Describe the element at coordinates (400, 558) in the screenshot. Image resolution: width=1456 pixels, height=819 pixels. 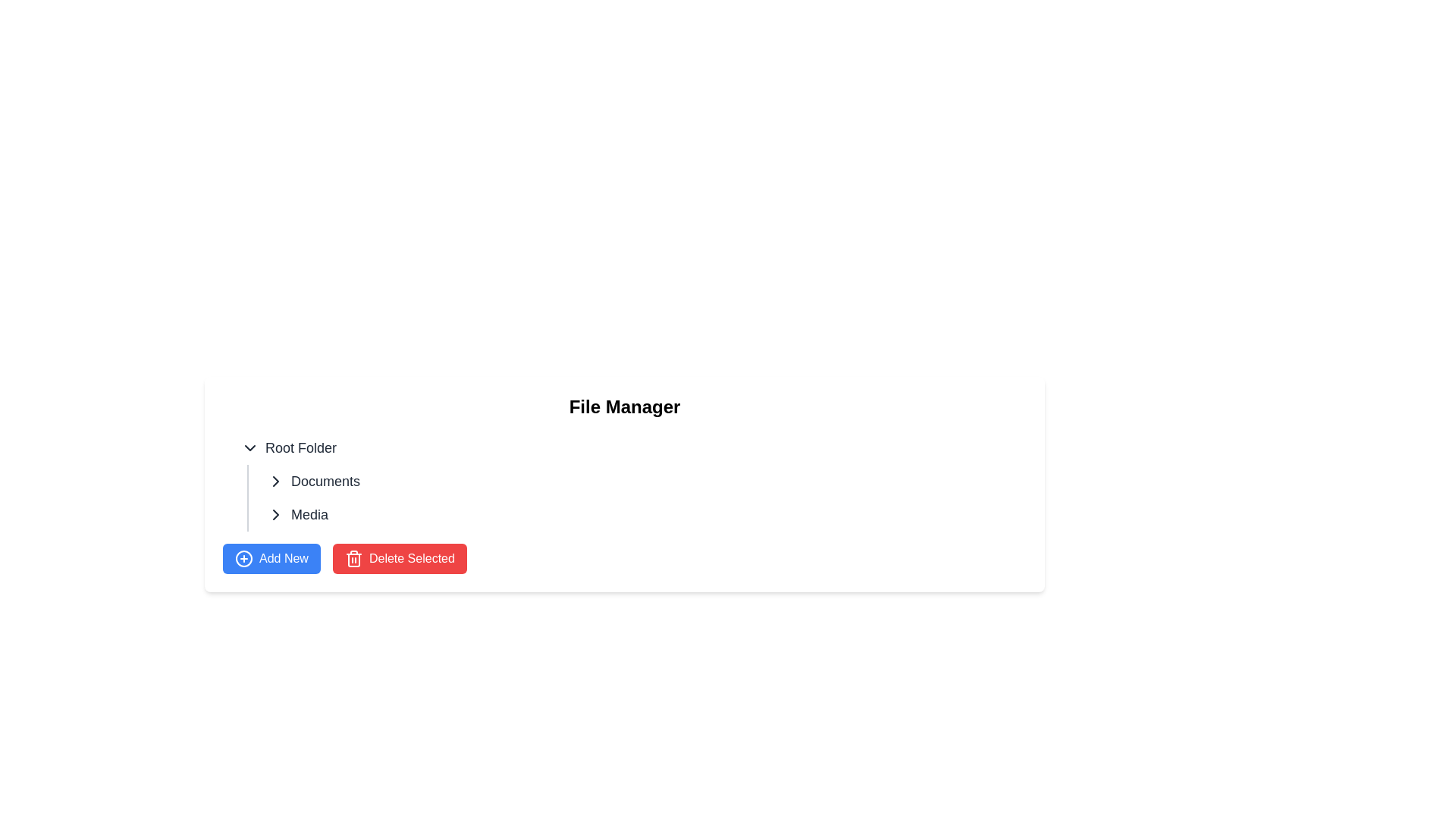
I see `the delete button` at that location.